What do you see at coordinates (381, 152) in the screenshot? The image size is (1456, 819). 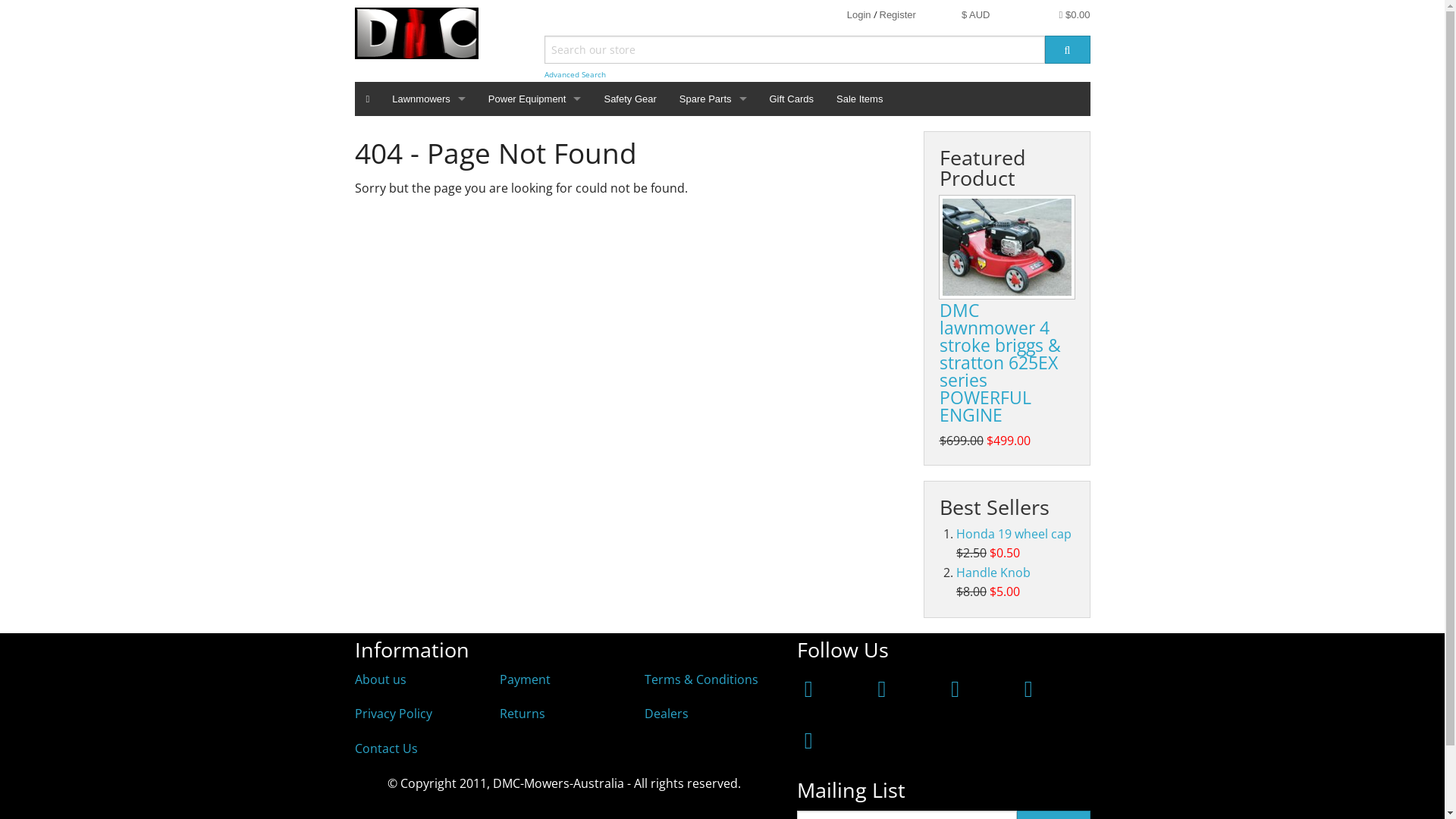 I see `'Ride-On Mowers / Zero Turn Mowers'` at bounding box center [381, 152].